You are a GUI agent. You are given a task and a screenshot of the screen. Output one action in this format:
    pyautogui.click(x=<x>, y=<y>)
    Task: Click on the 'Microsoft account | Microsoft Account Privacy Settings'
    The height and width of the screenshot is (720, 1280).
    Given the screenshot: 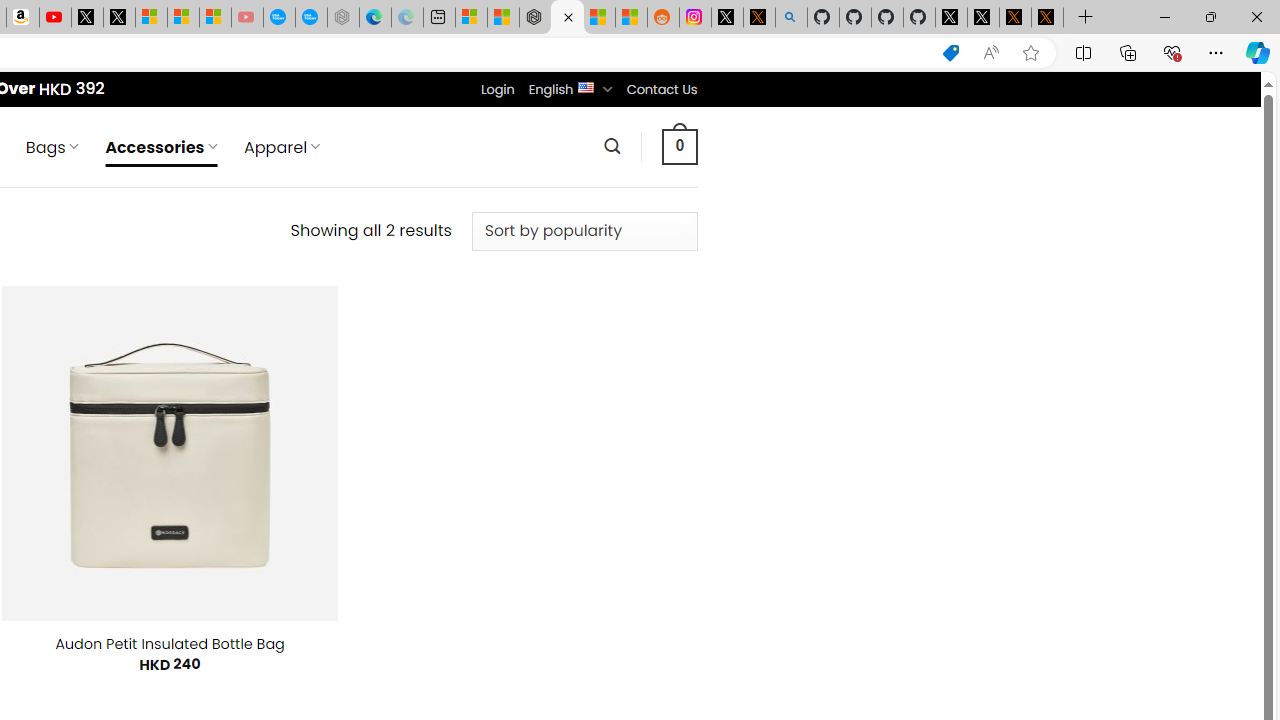 What is the action you would take?
    pyautogui.click(x=470, y=17)
    